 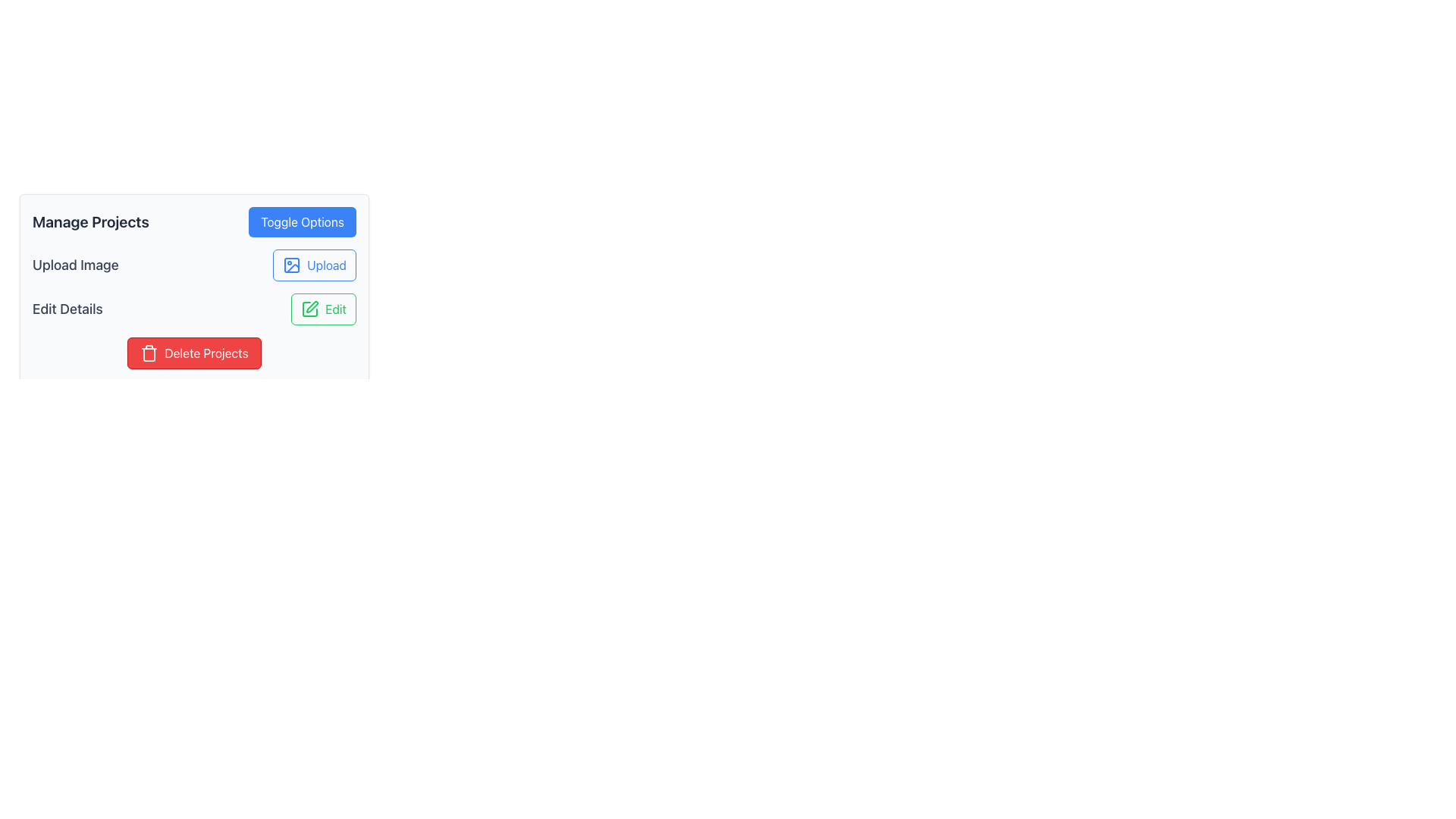 What do you see at coordinates (302, 222) in the screenshot?
I see `the button located to the right of the 'Manage Projects' text` at bounding box center [302, 222].